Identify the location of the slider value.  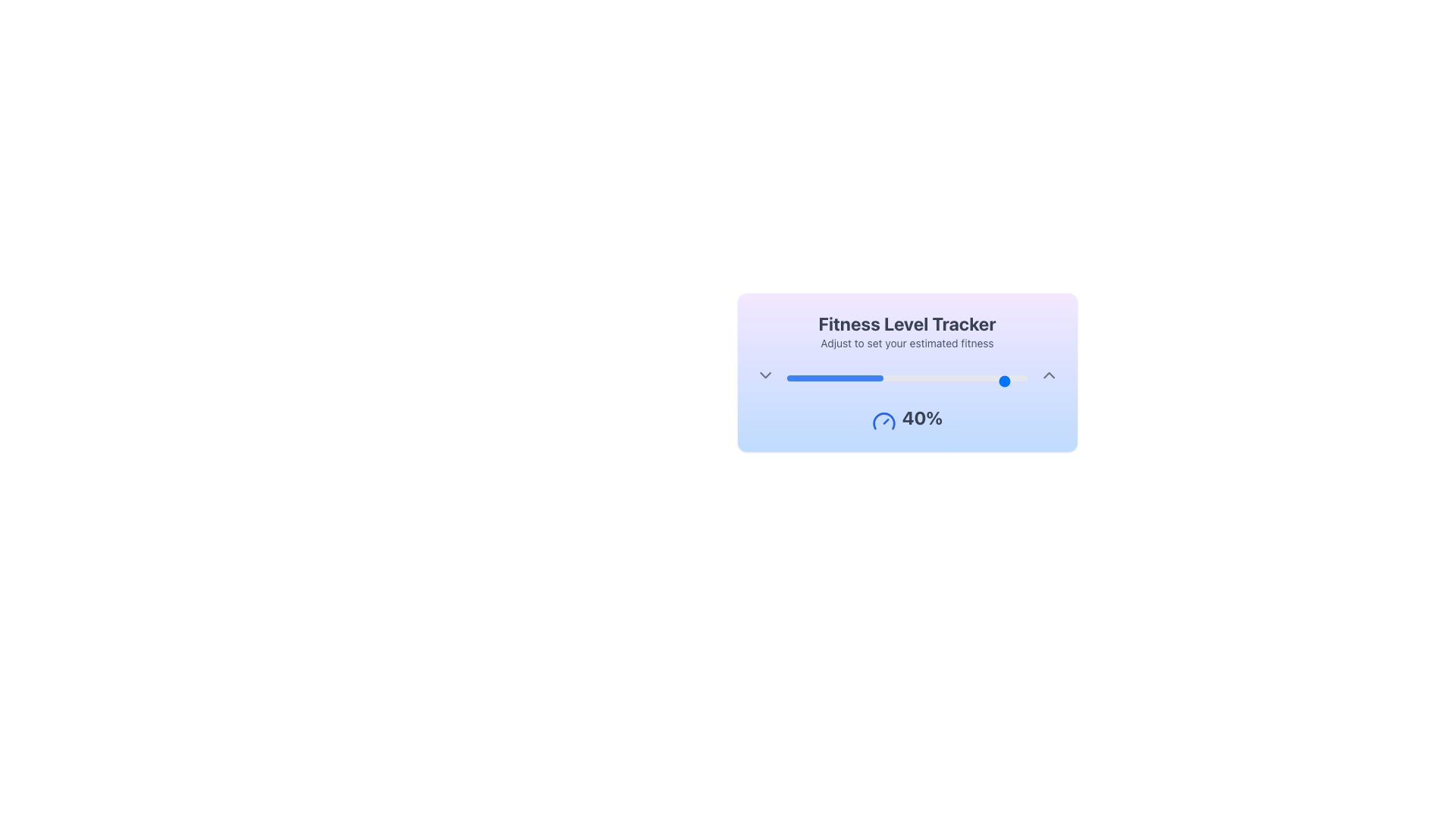
(949, 375).